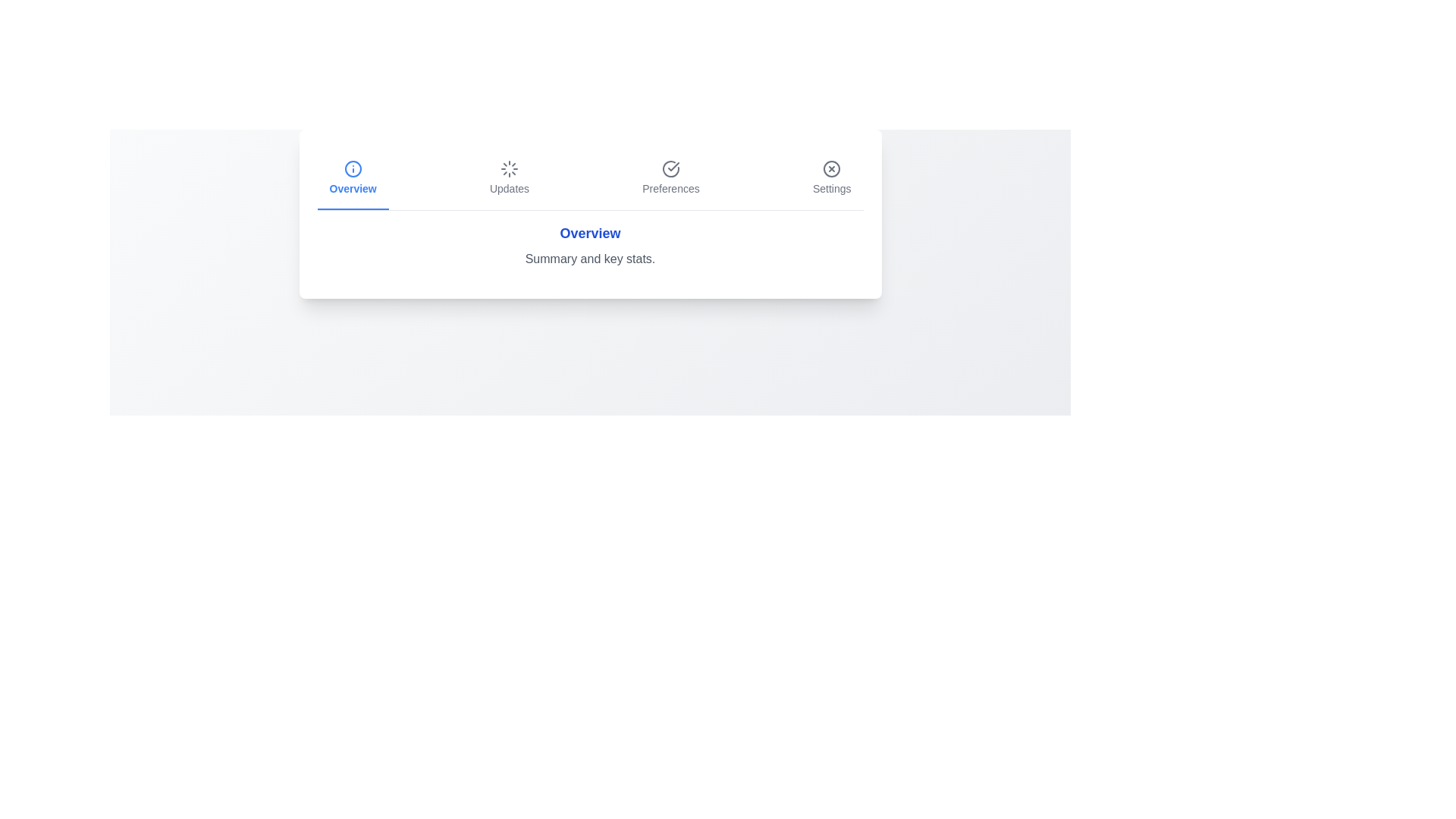 This screenshot has height=819, width=1456. I want to click on the tab labeled Overview, so click(352, 177).